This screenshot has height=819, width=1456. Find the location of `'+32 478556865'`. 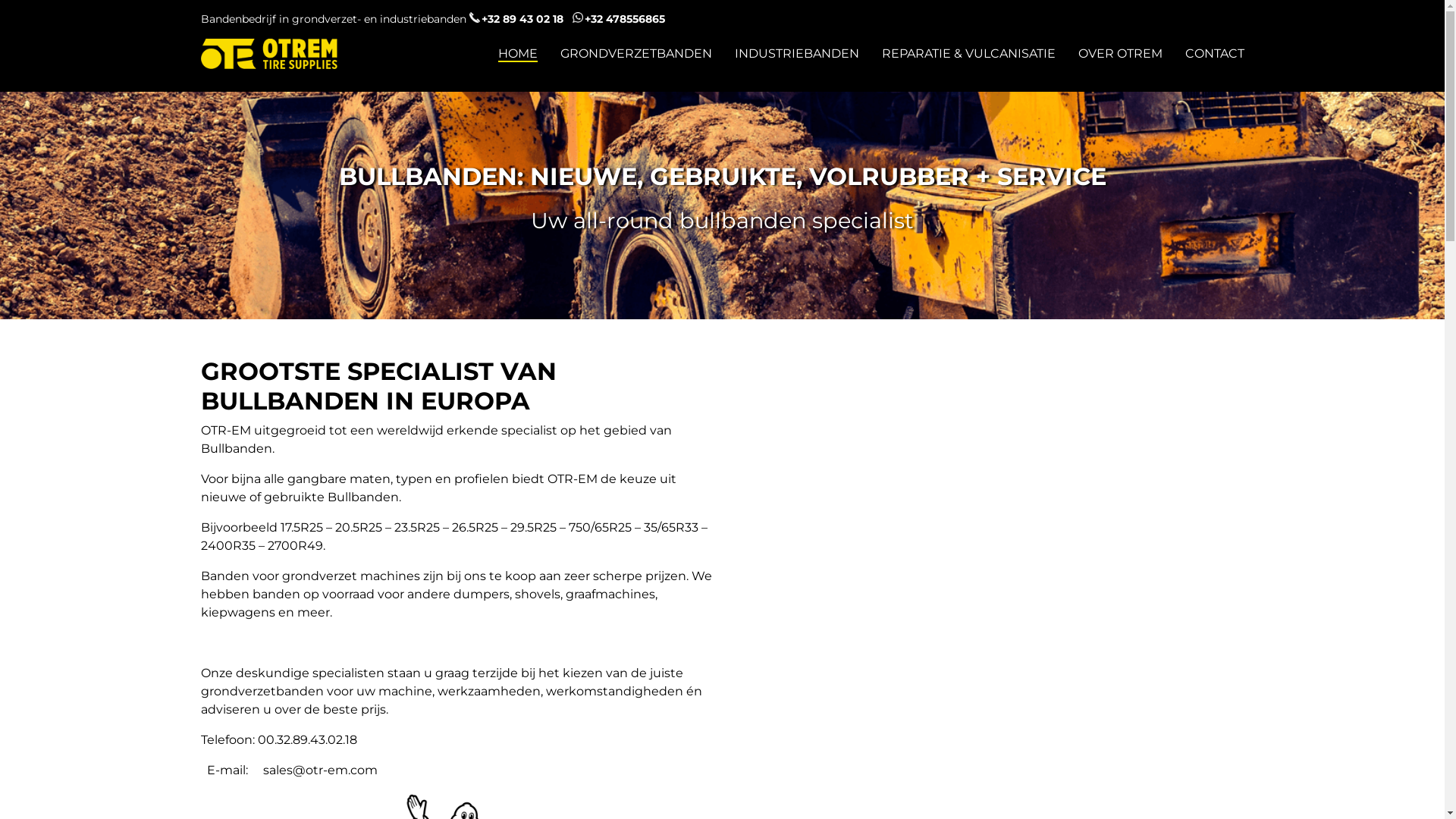

'+32 478556865' is located at coordinates (618, 18).